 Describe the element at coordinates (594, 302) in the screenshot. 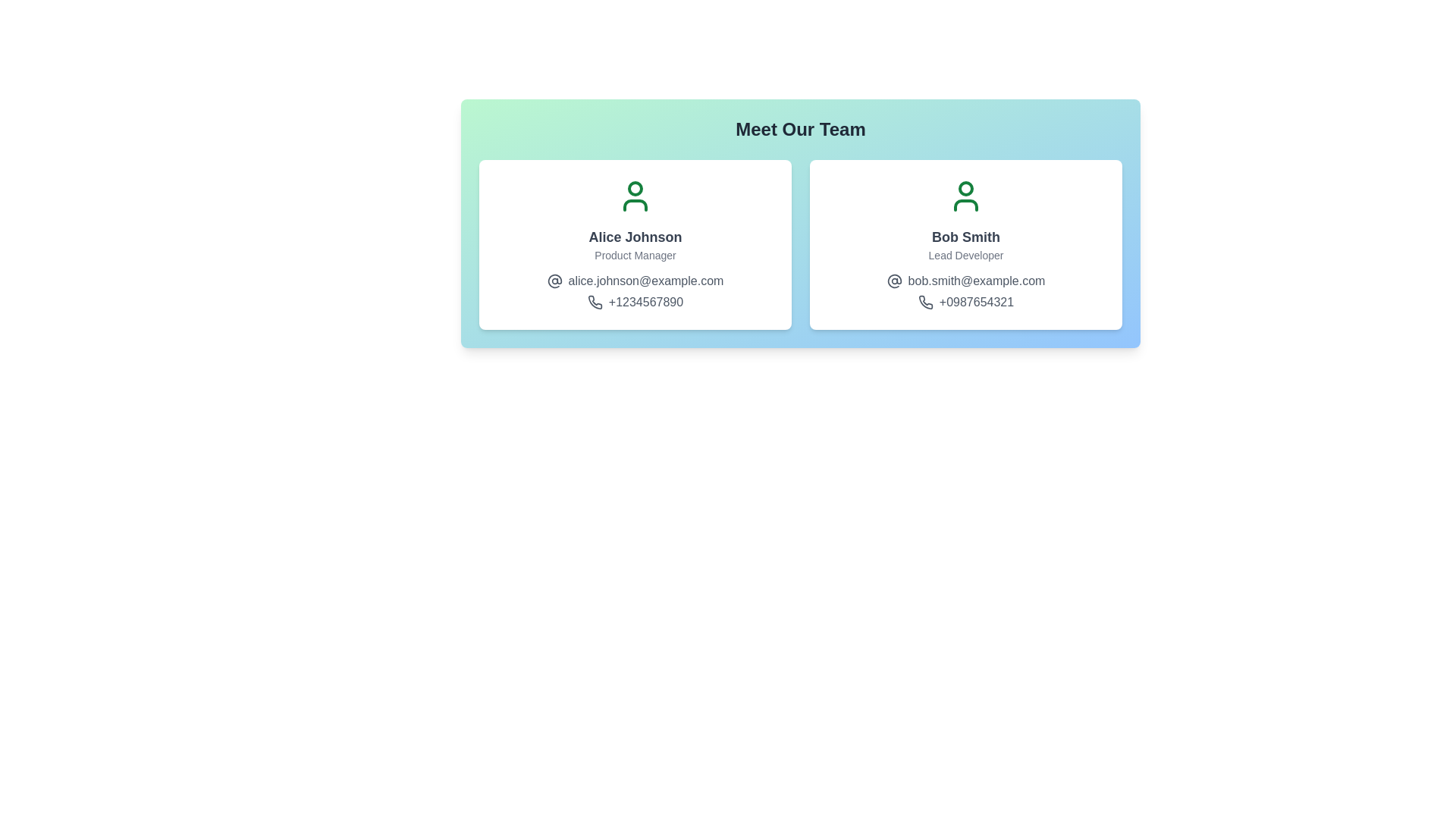

I see `the phone receiver icon located in the 'Meet Our Team' section of the left profile card, which is vertically aligned with the email text and near the phone number text` at that location.